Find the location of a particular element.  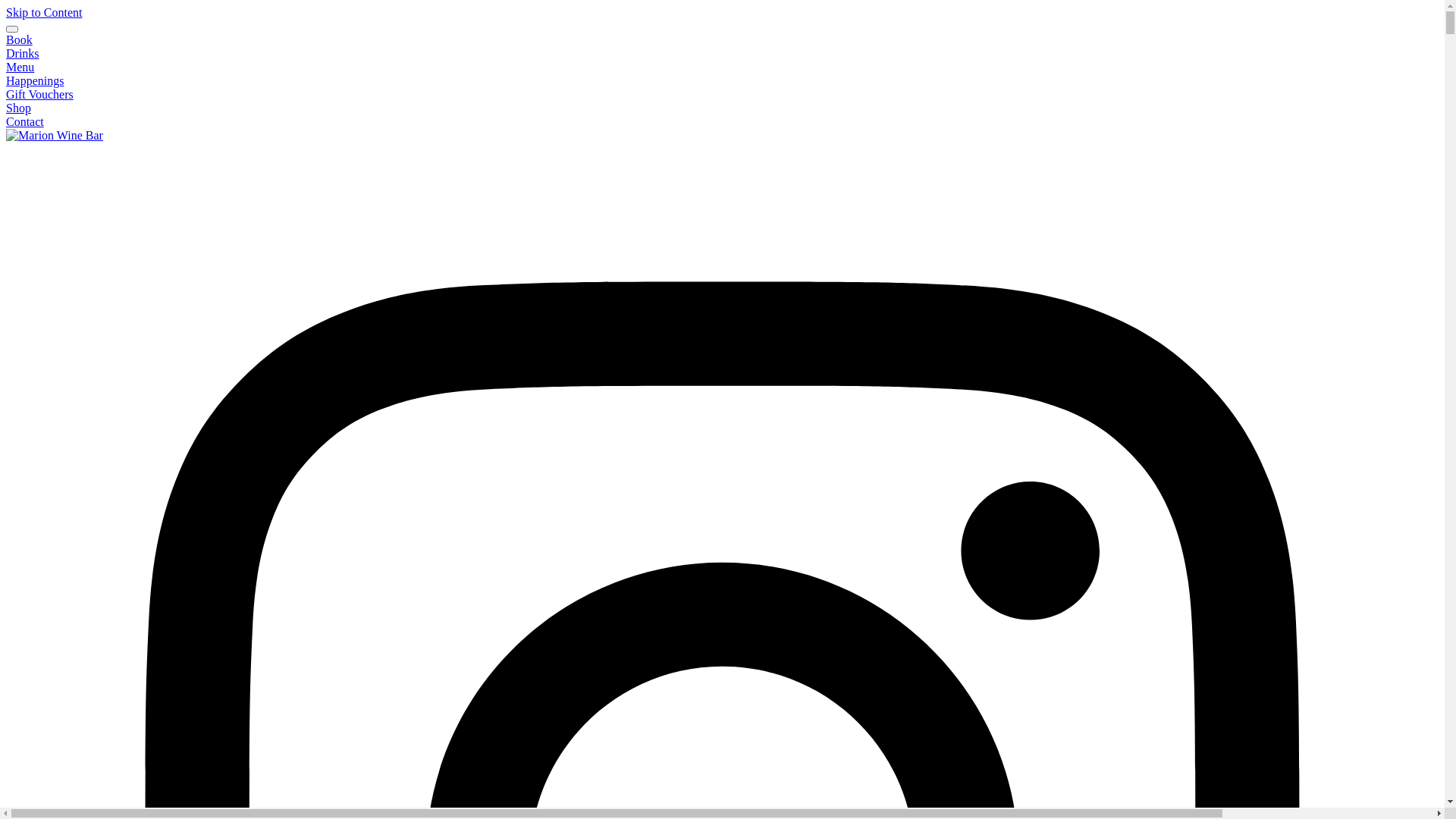

'Drinks' is located at coordinates (22, 52).